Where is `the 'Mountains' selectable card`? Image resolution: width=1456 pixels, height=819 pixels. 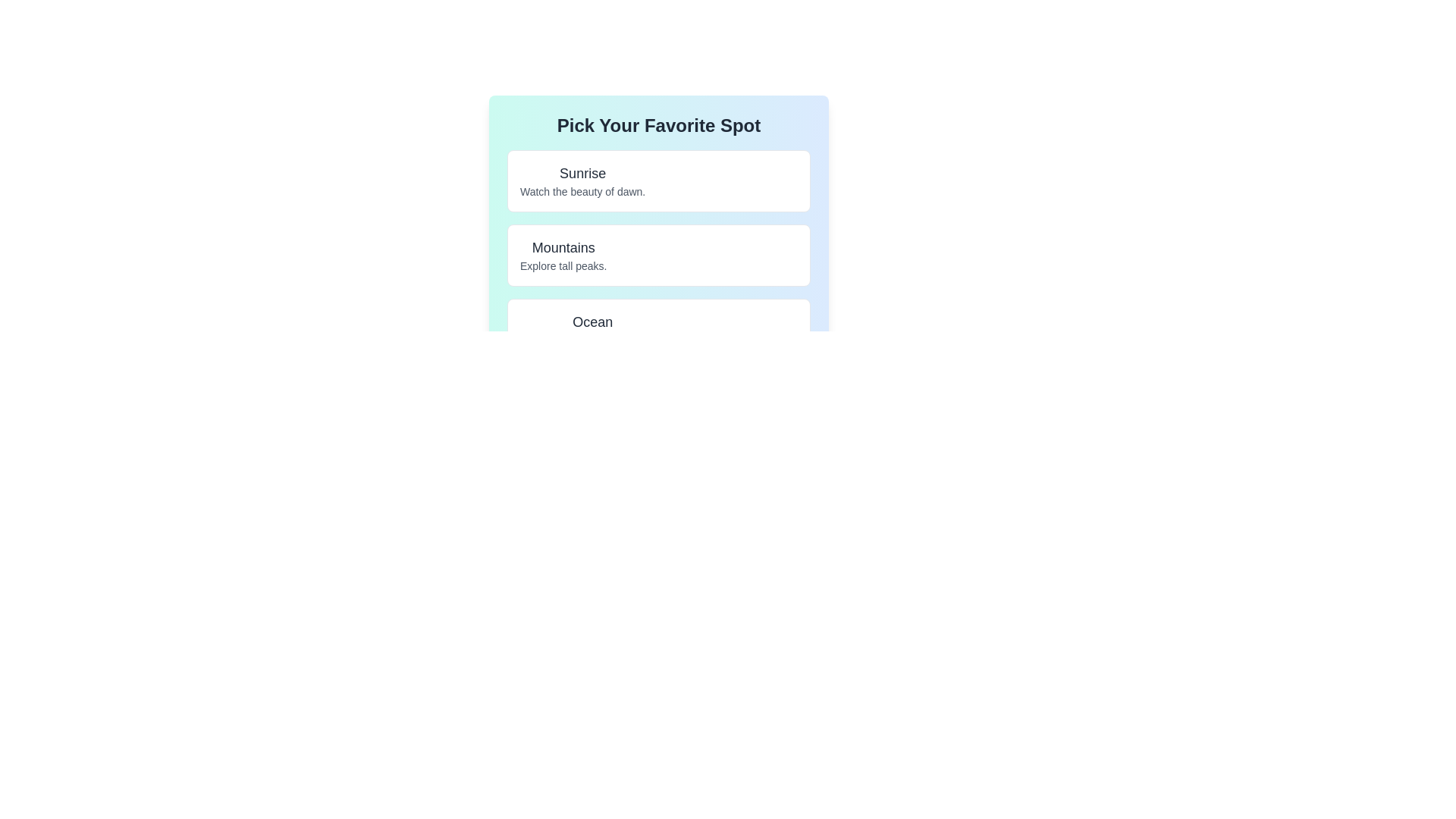 the 'Mountains' selectable card is located at coordinates (658, 254).